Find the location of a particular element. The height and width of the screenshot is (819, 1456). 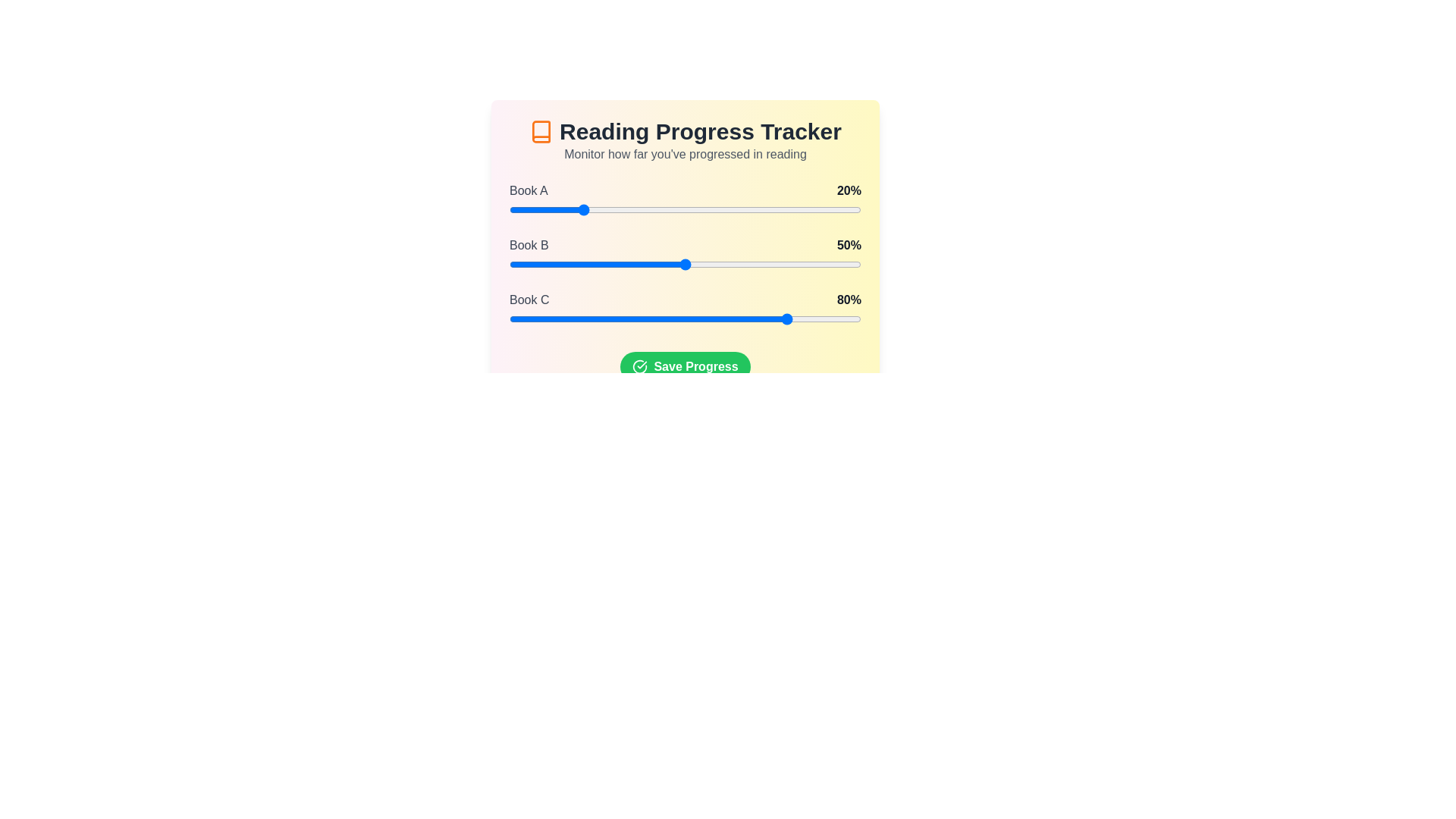

the slider for a book to set its progress to 2% is located at coordinates (516, 210).